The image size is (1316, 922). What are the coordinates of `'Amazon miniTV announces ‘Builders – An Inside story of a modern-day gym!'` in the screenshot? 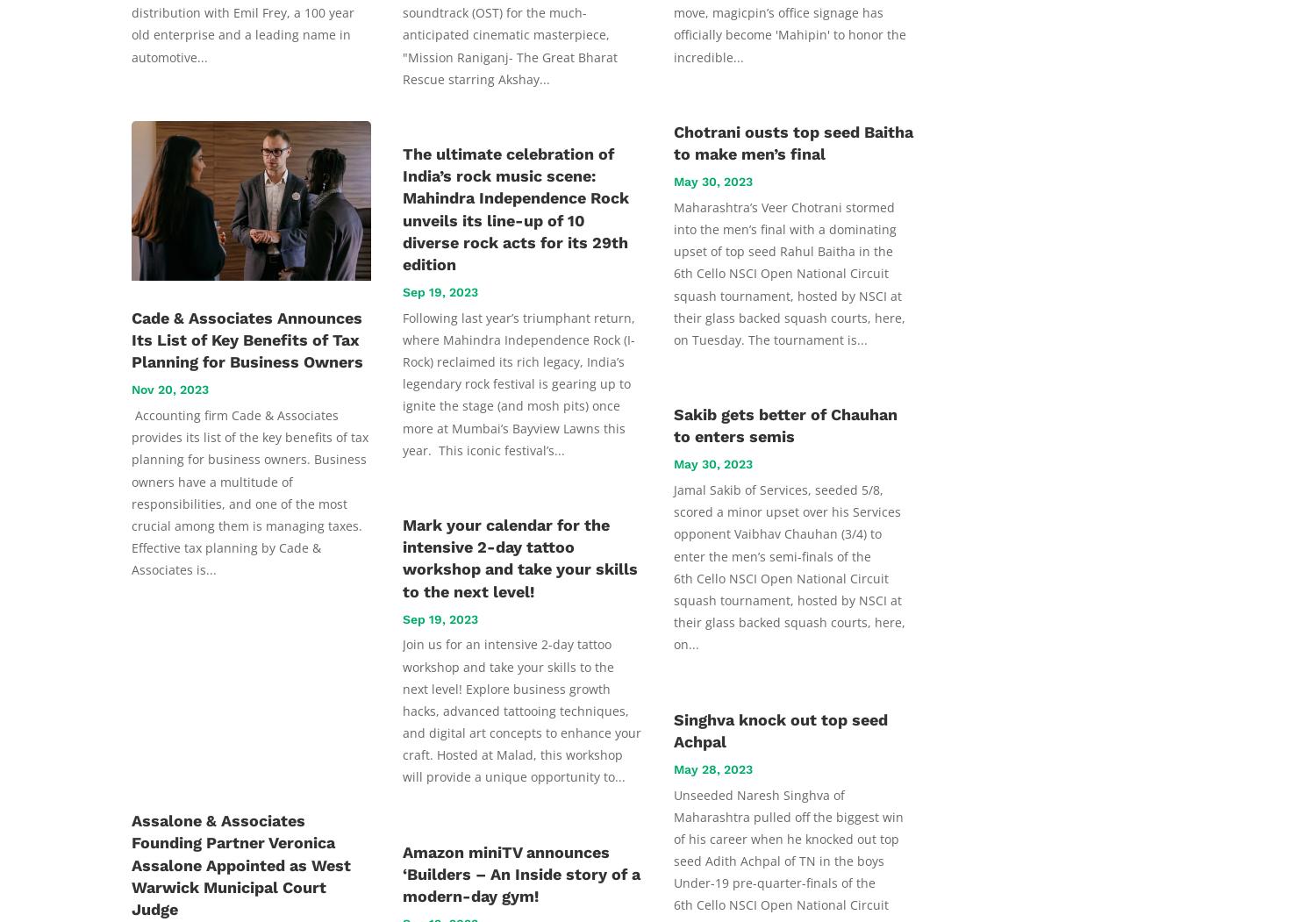 It's located at (520, 874).